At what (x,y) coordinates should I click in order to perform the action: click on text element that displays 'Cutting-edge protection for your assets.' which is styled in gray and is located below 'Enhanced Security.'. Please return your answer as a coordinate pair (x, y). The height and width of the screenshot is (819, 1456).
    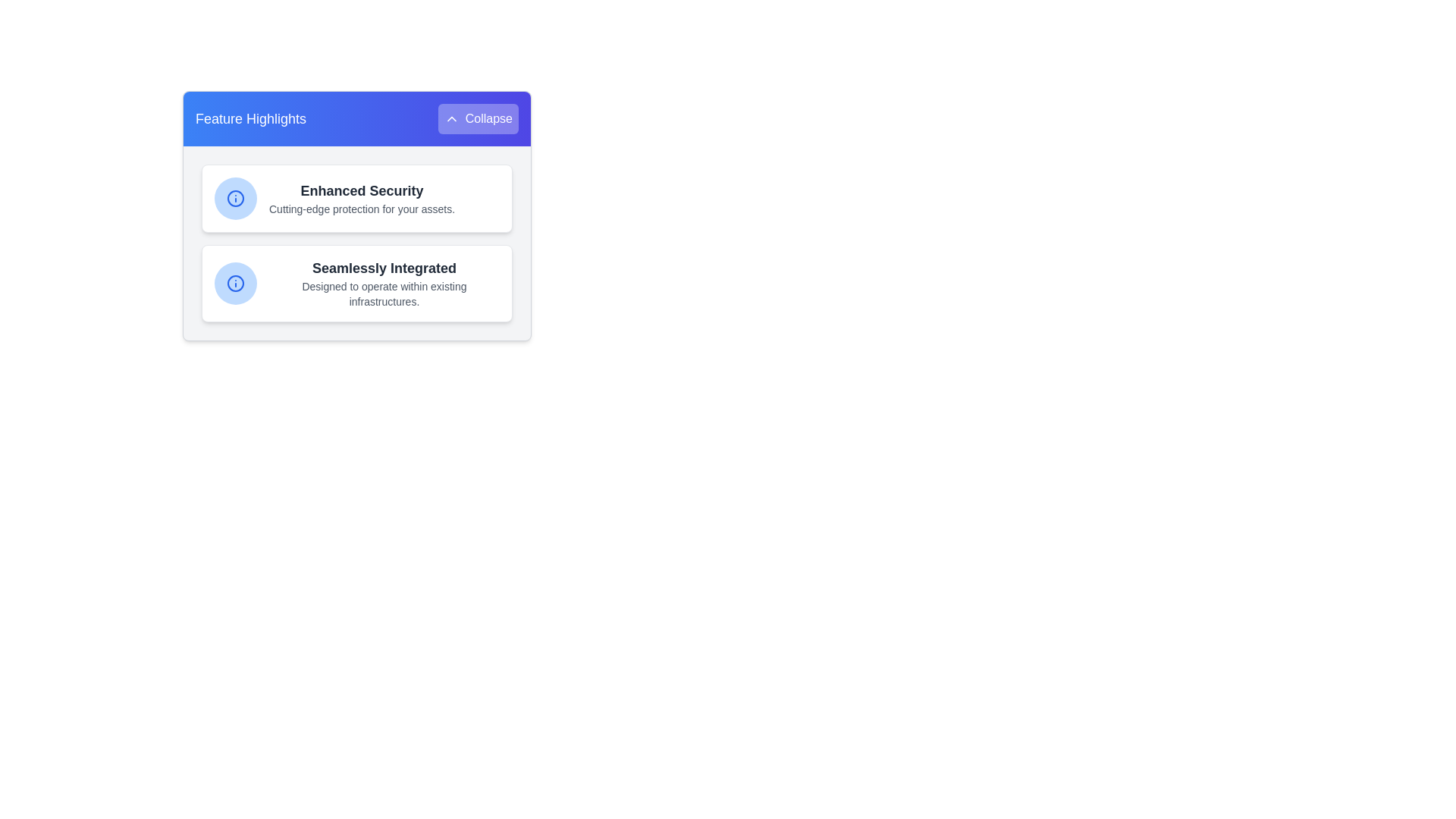
    Looking at the image, I should click on (361, 209).